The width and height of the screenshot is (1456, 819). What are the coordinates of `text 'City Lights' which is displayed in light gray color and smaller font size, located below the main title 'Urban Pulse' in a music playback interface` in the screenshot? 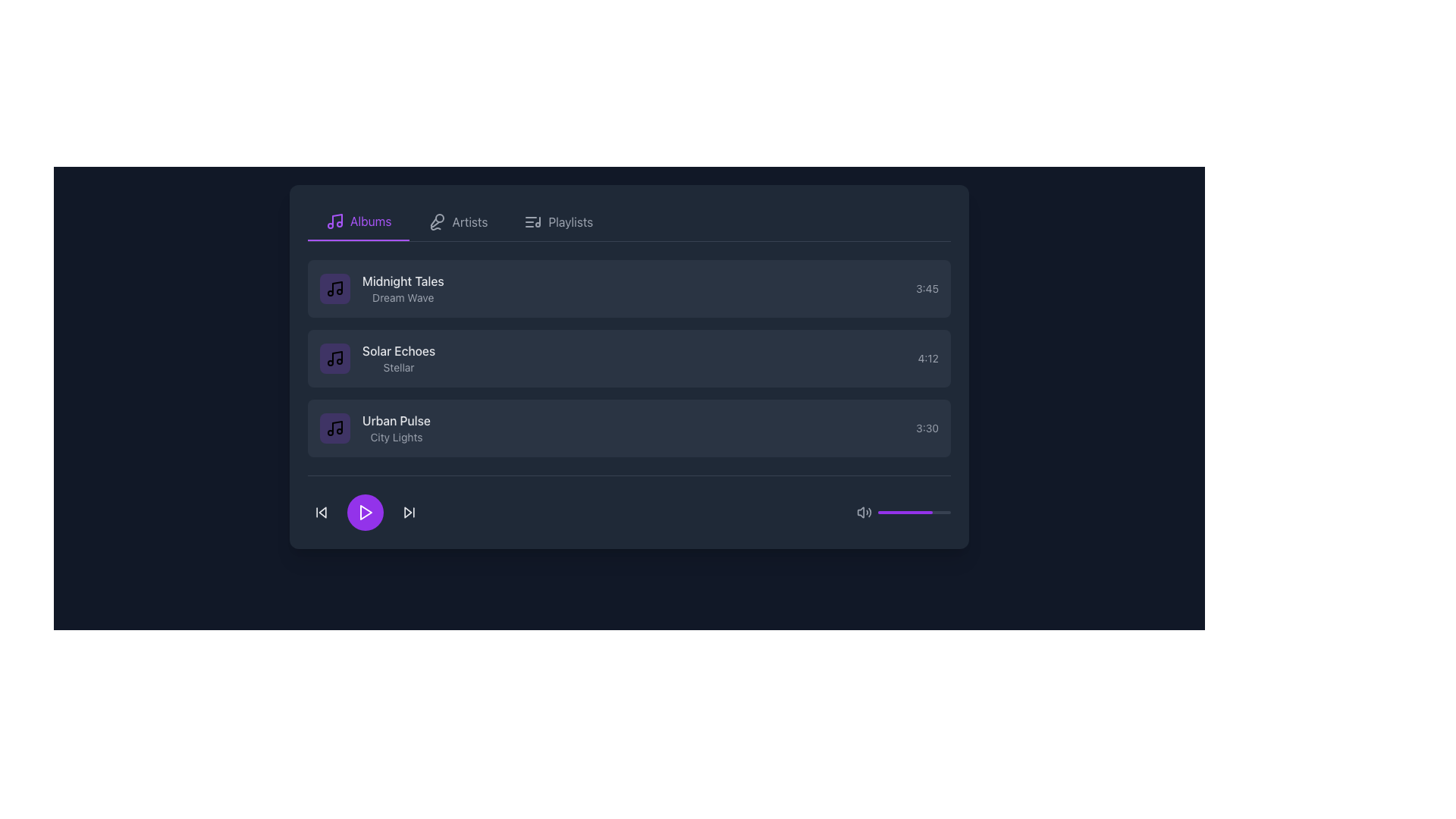 It's located at (397, 438).